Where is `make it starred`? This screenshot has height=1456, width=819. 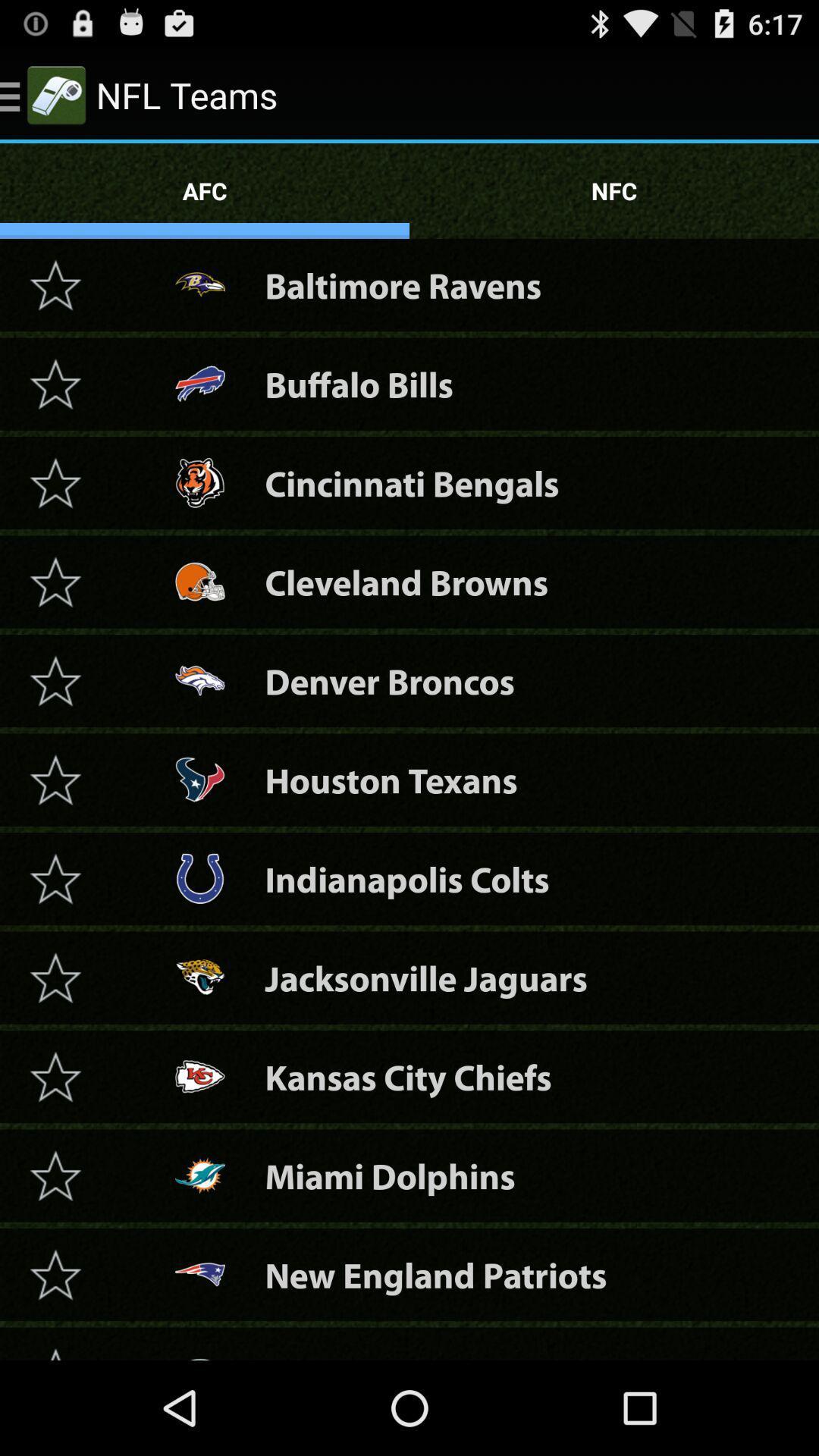 make it starred is located at coordinates (55, 1274).